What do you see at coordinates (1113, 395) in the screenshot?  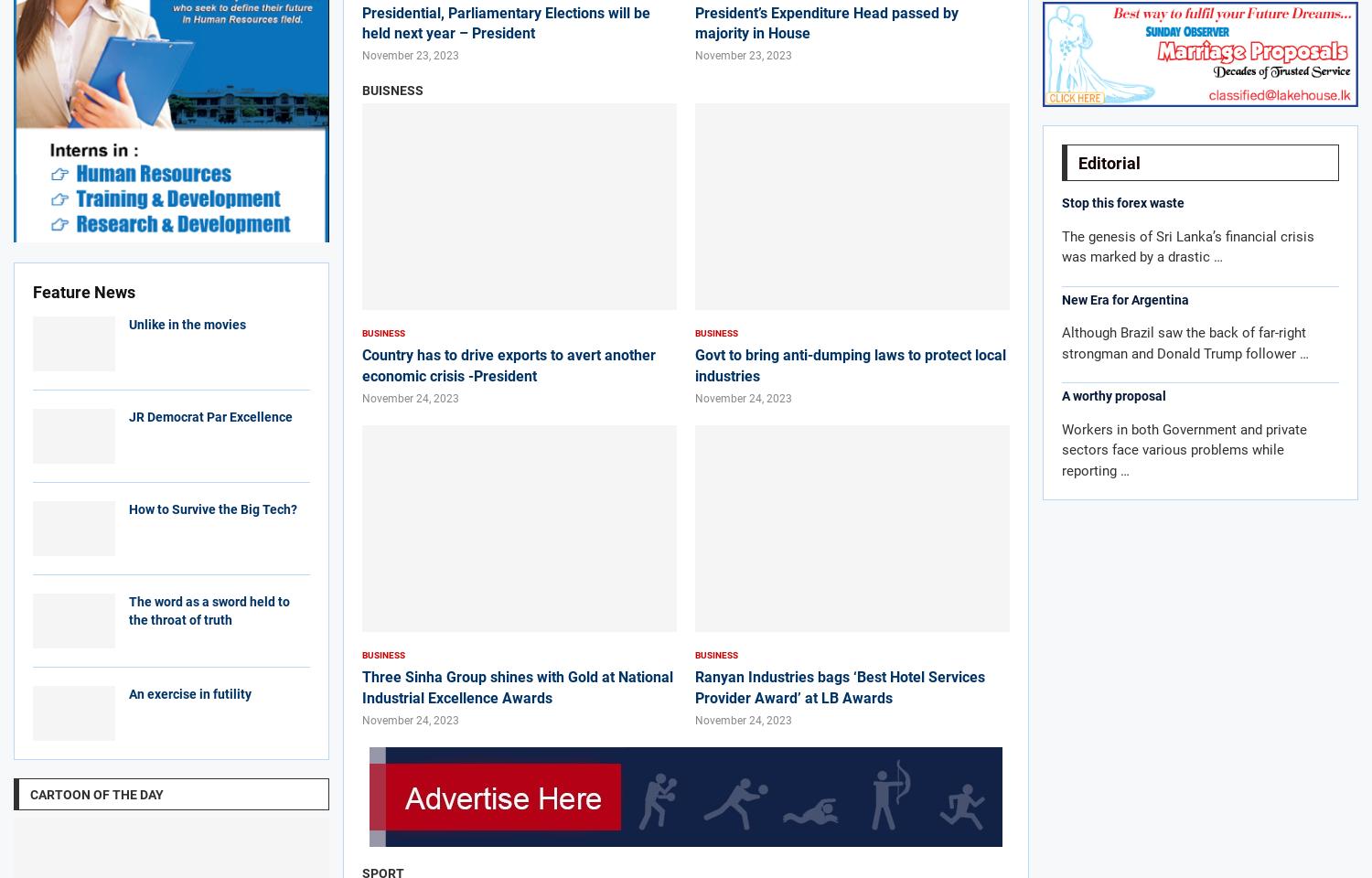 I see `'A worthy proposal'` at bounding box center [1113, 395].